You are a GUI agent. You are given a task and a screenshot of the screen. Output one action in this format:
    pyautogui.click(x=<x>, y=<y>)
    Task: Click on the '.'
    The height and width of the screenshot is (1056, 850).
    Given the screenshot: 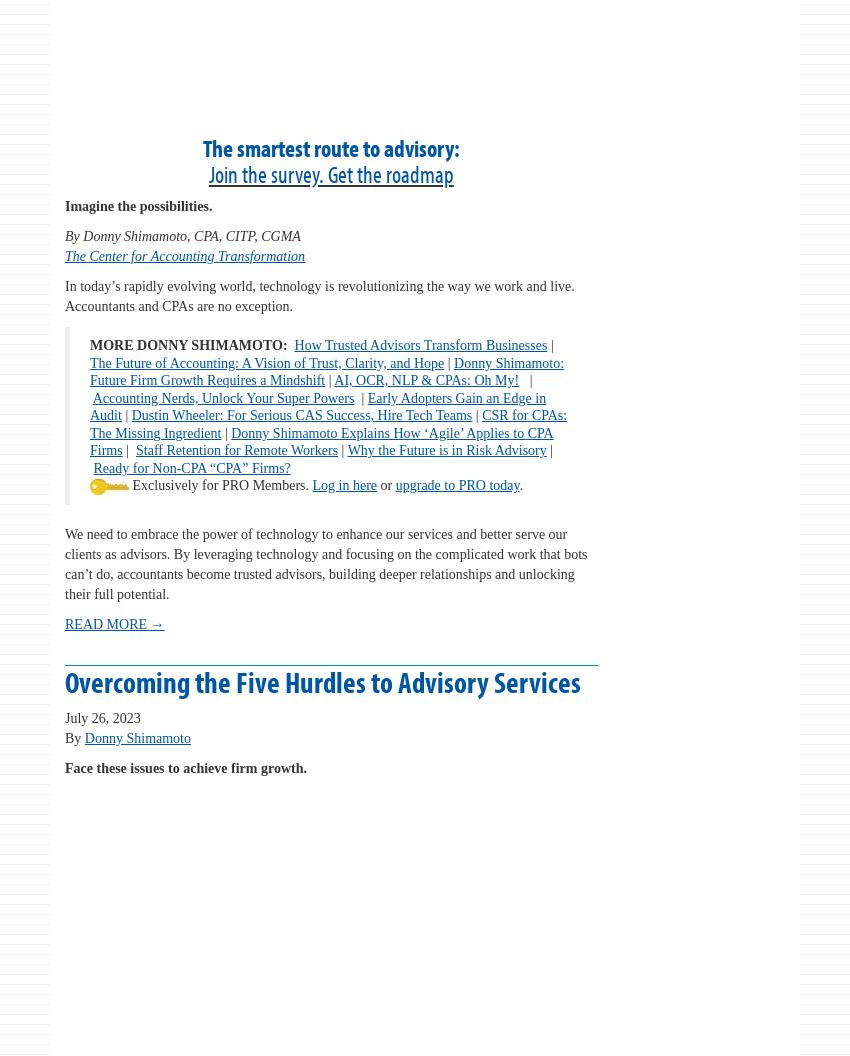 What is the action you would take?
    pyautogui.click(x=519, y=484)
    